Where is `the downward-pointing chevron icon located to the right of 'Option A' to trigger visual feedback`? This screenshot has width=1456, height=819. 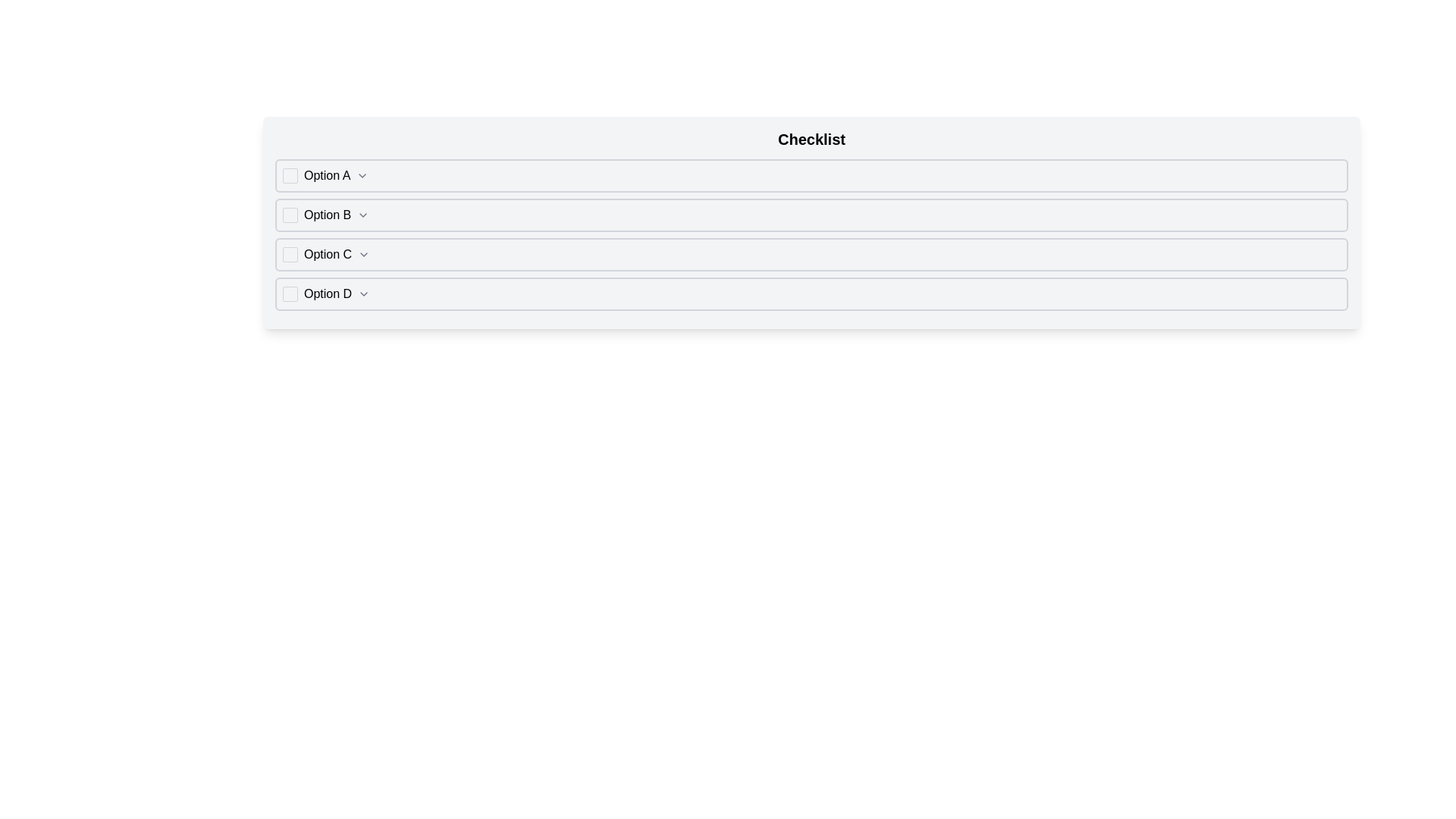 the downward-pointing chevron icon located to the right of 'Option A' to trigger visual feedback is located at coordinates (362, 174).